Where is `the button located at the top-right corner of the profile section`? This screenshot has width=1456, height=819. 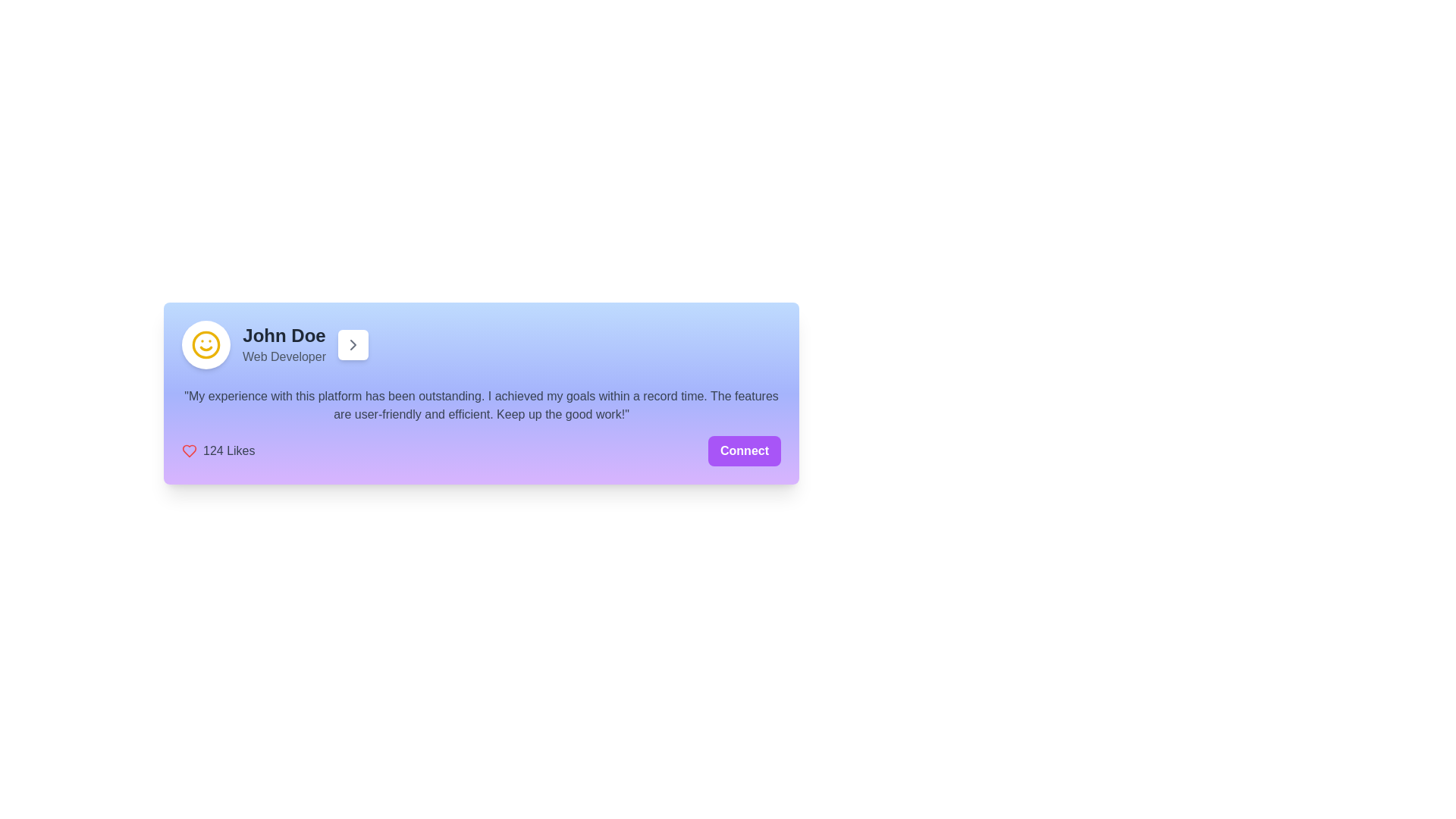 the button located at the top-right corner of the profile section is located at coordinates (352, 345).